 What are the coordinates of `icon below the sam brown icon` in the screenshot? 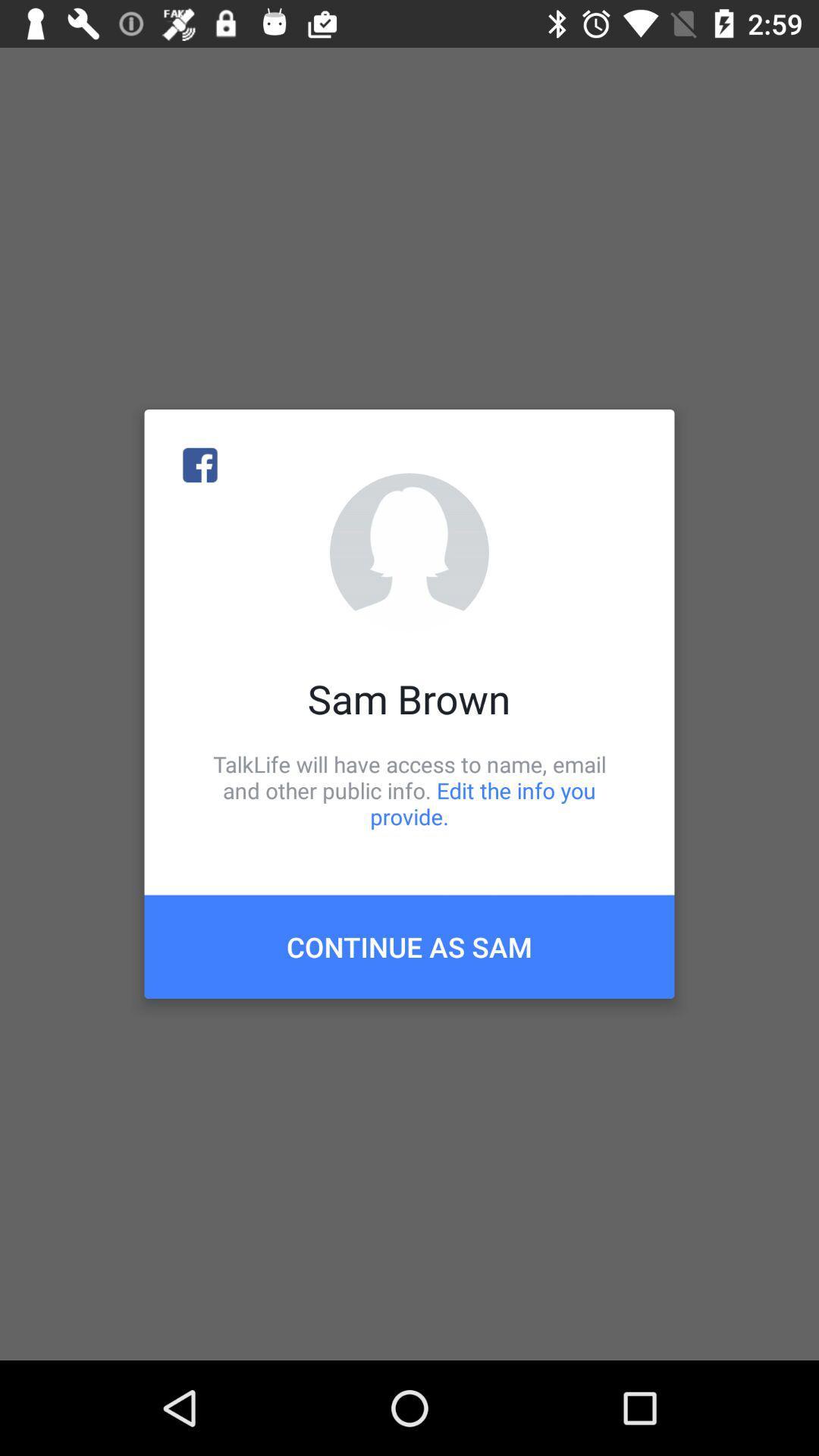 It's located at (409, 789).